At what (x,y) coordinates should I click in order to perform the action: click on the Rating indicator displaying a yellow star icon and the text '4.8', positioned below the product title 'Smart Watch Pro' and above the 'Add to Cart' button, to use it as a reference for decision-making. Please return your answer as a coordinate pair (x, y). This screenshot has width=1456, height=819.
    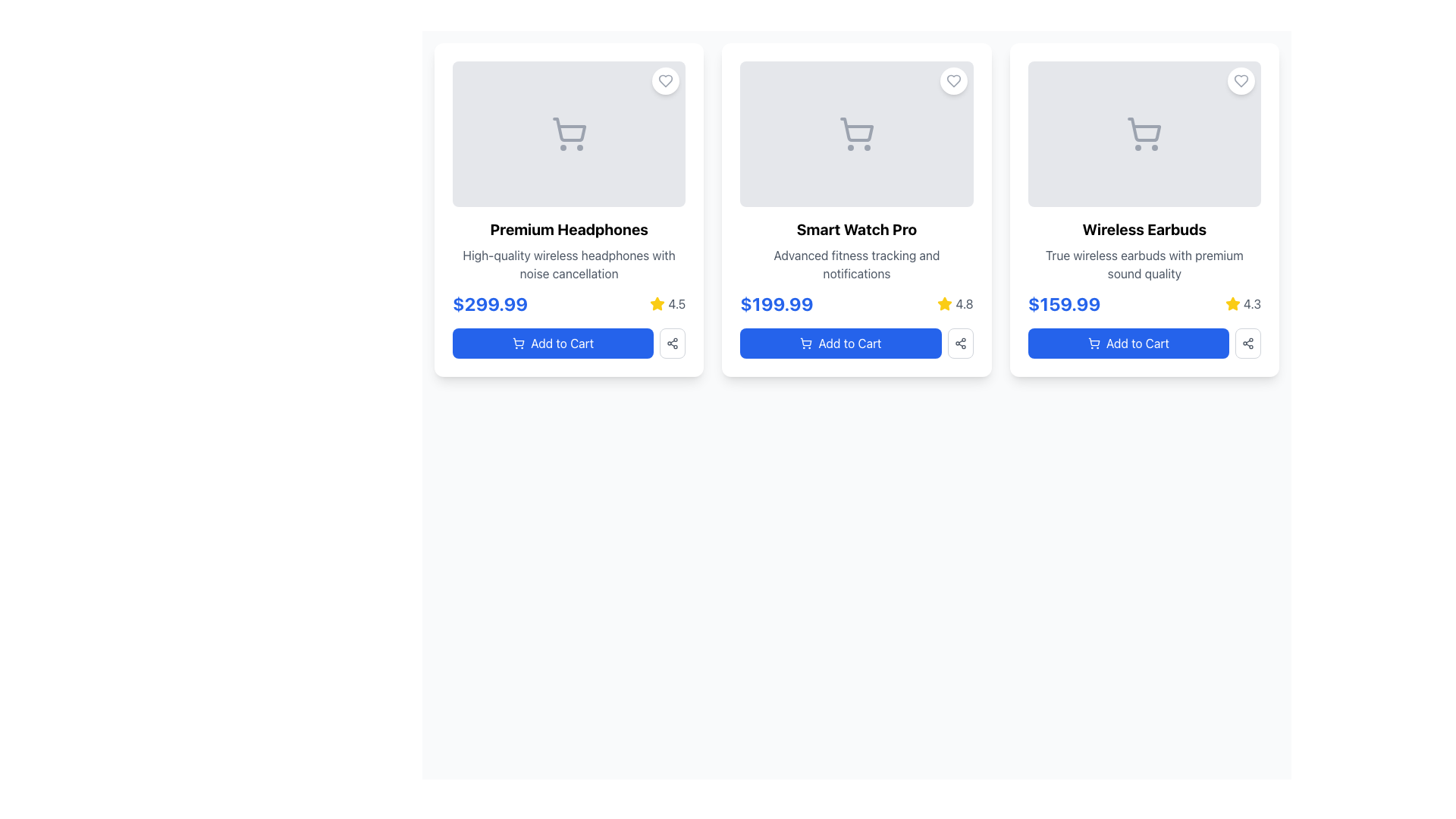
    Looking at the image, I should click on (955, 304).